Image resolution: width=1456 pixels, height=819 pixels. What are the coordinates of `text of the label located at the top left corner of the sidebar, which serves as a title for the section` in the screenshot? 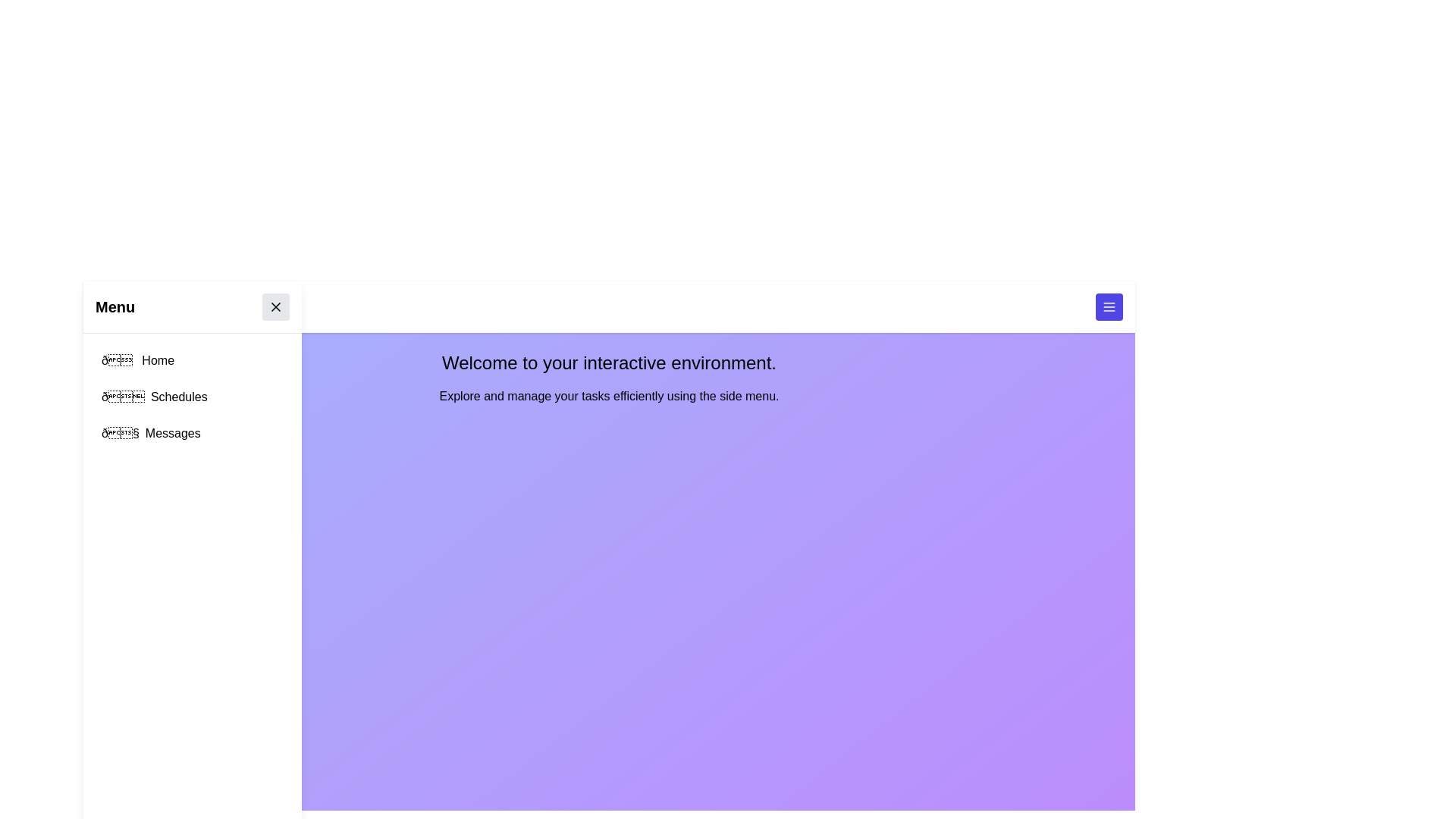 It's located at (115, 307).